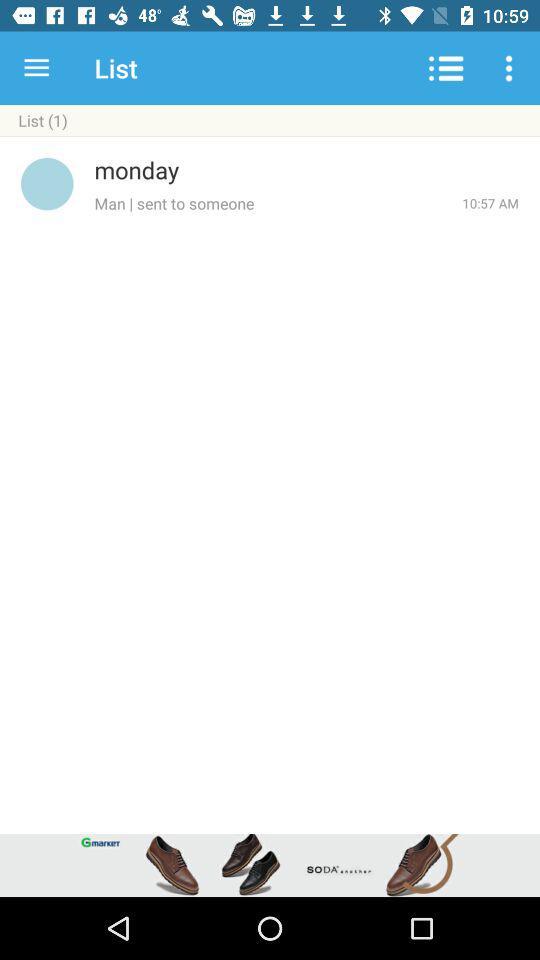 This screenshot has height=960, width=540. Describe the element at coordinates (47, 184) in the screenshot. I see `item to the left of monday icon` at that location.